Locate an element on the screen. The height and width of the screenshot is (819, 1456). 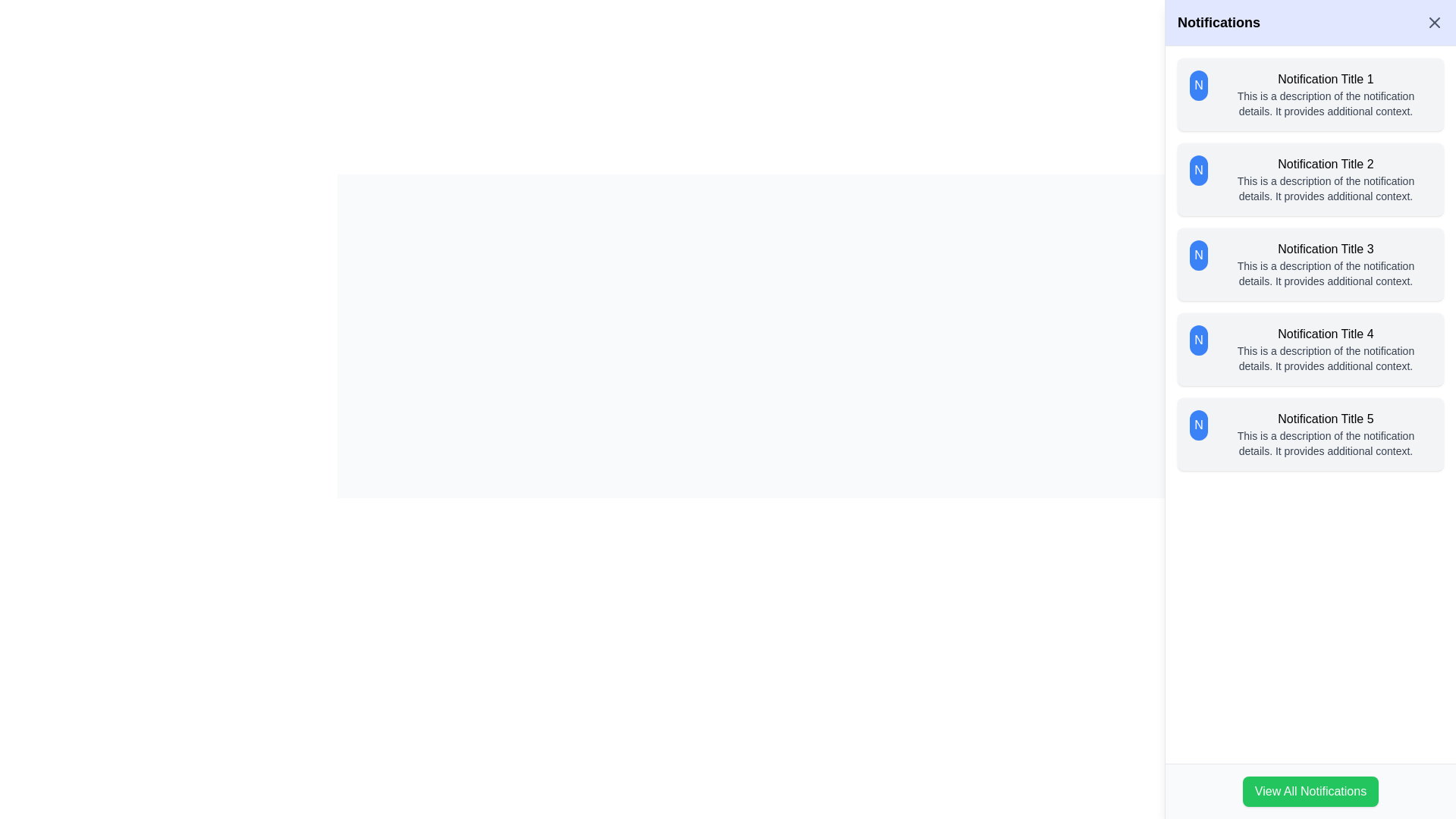
the Decorative icon with a blue background containing the letter 'N' in white, located on the left side of the second notification card in a vertical list of notifications is located at coordinates (1197, 170).